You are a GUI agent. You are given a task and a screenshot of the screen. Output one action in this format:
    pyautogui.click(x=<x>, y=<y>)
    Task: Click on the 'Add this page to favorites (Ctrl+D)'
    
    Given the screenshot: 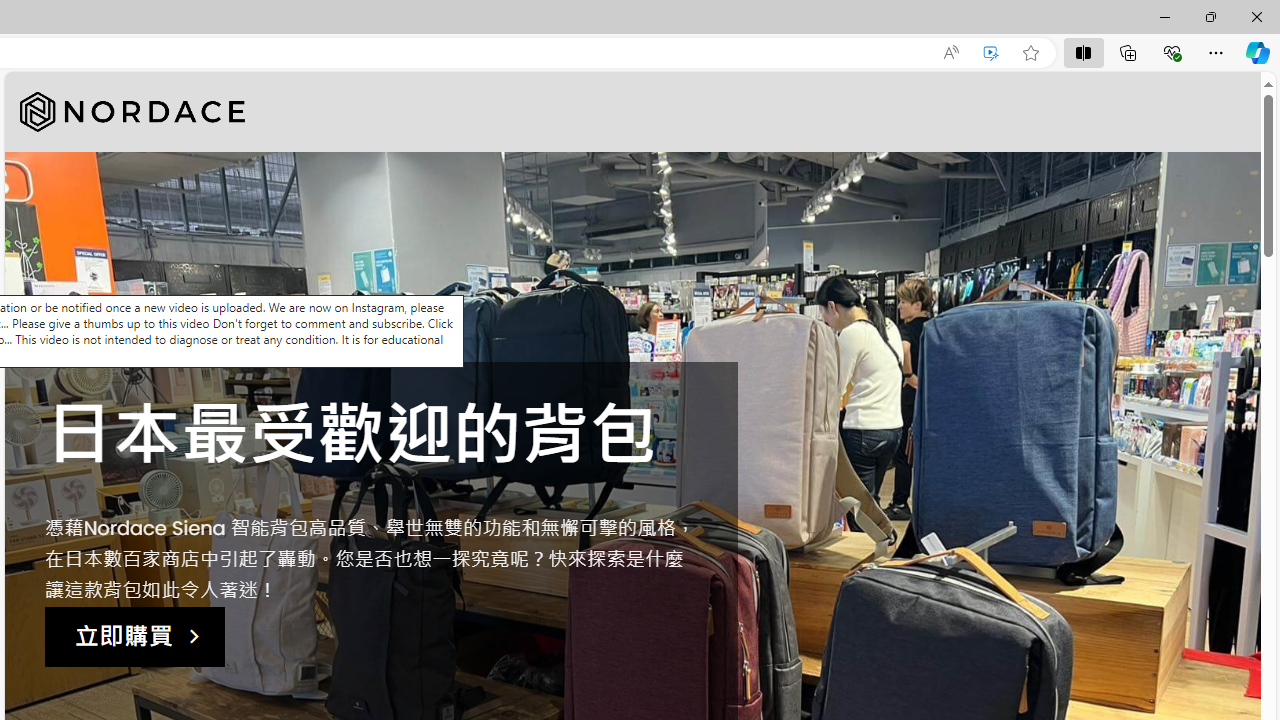 What is the action you would take?
    pyautogui.click(x=1031, y=52)
    